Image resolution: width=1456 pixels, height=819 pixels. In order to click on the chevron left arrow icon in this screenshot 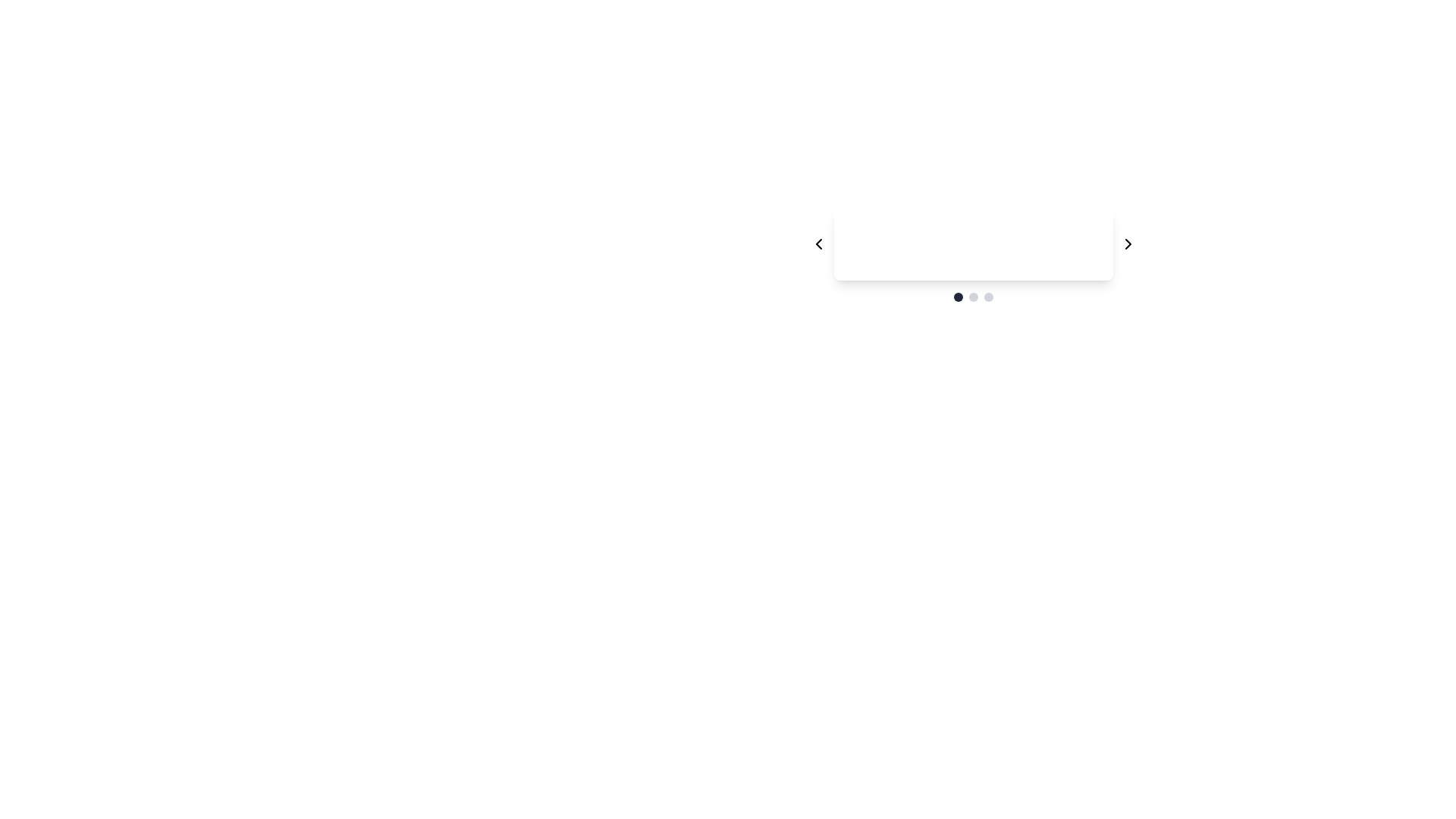, I will do `click(818, 243)`.